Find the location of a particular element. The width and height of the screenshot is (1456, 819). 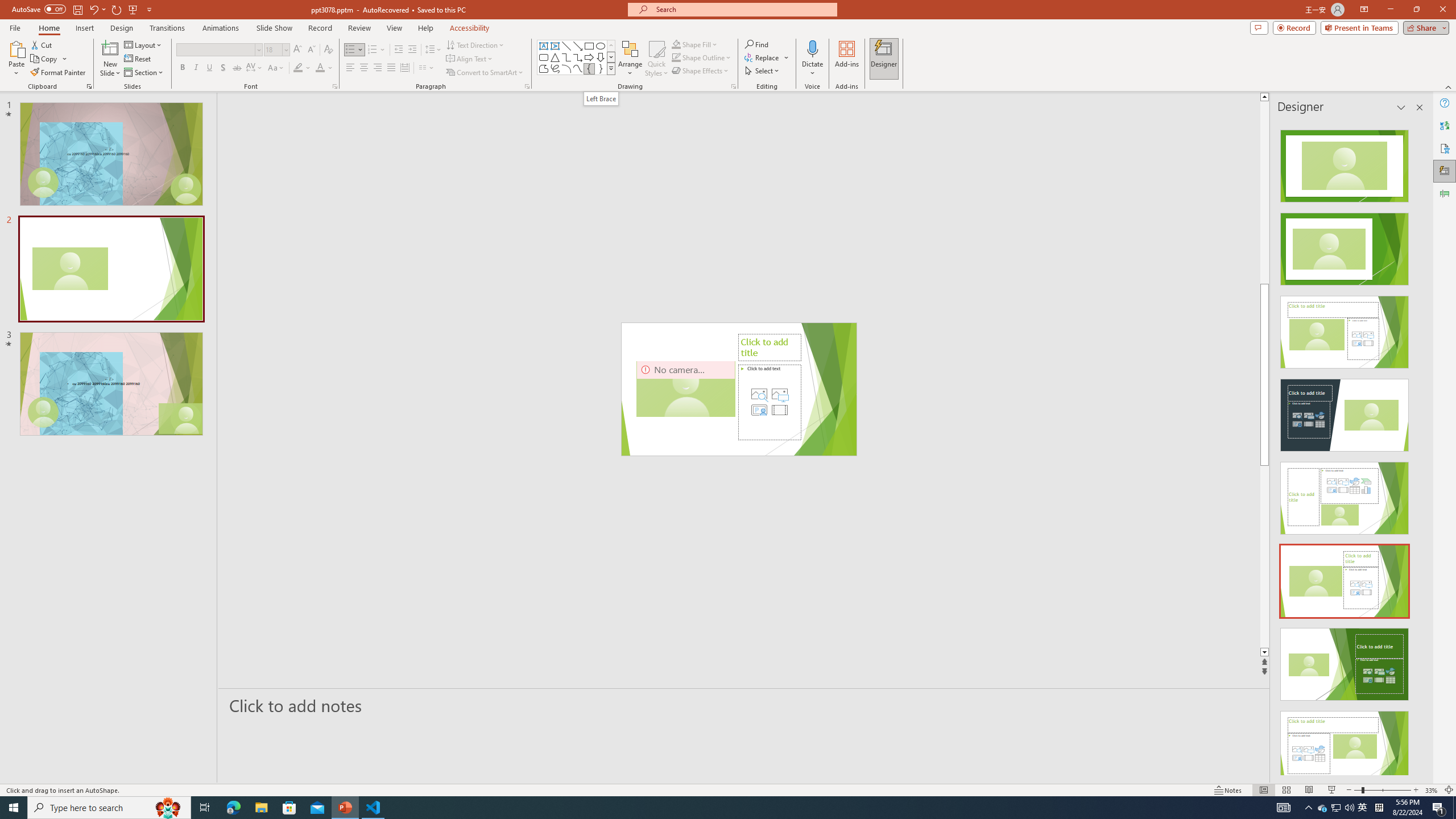

'Text Direction' is located at coordinates (475, 44).